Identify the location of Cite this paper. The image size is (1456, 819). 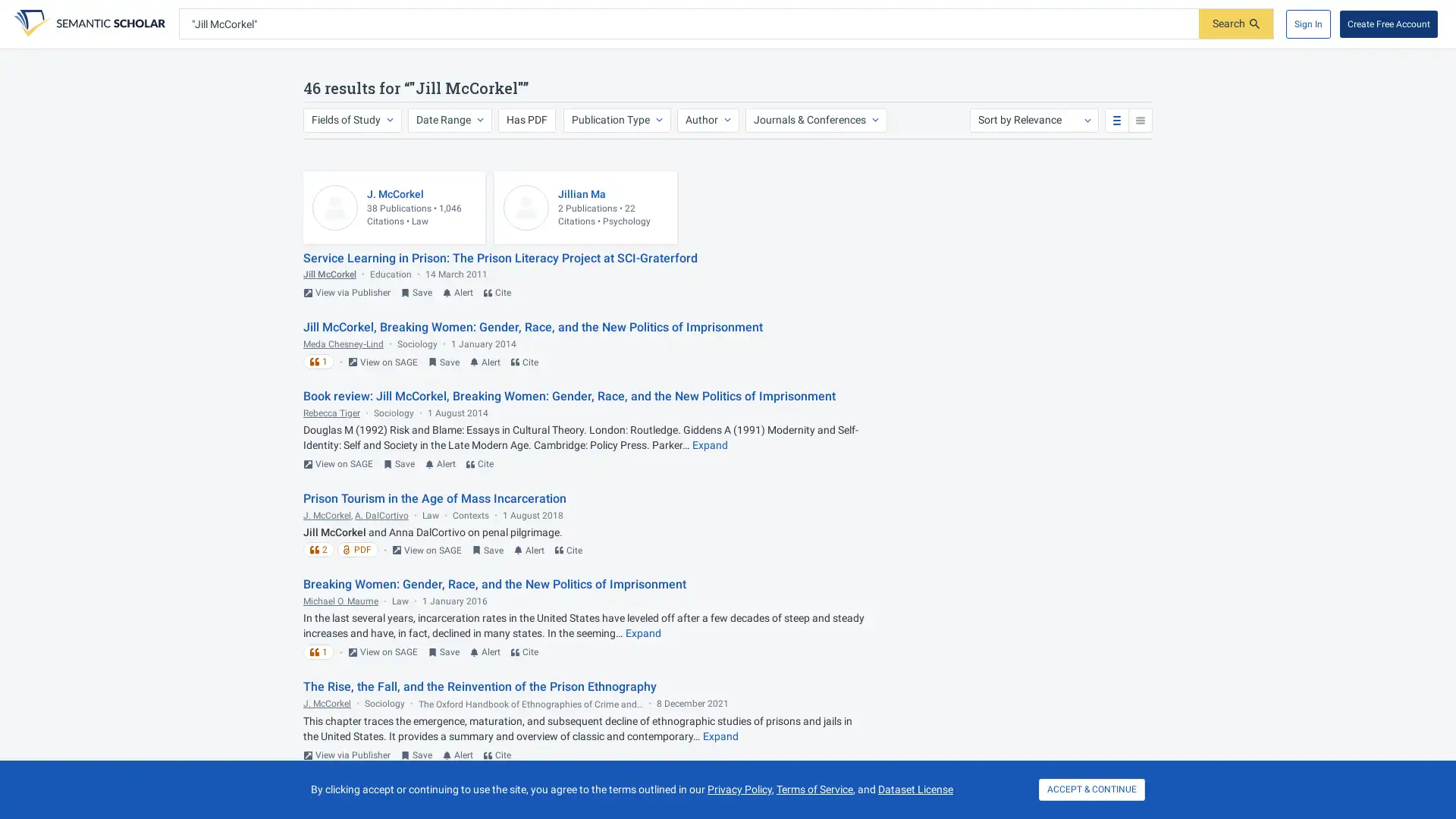
(567, 550).